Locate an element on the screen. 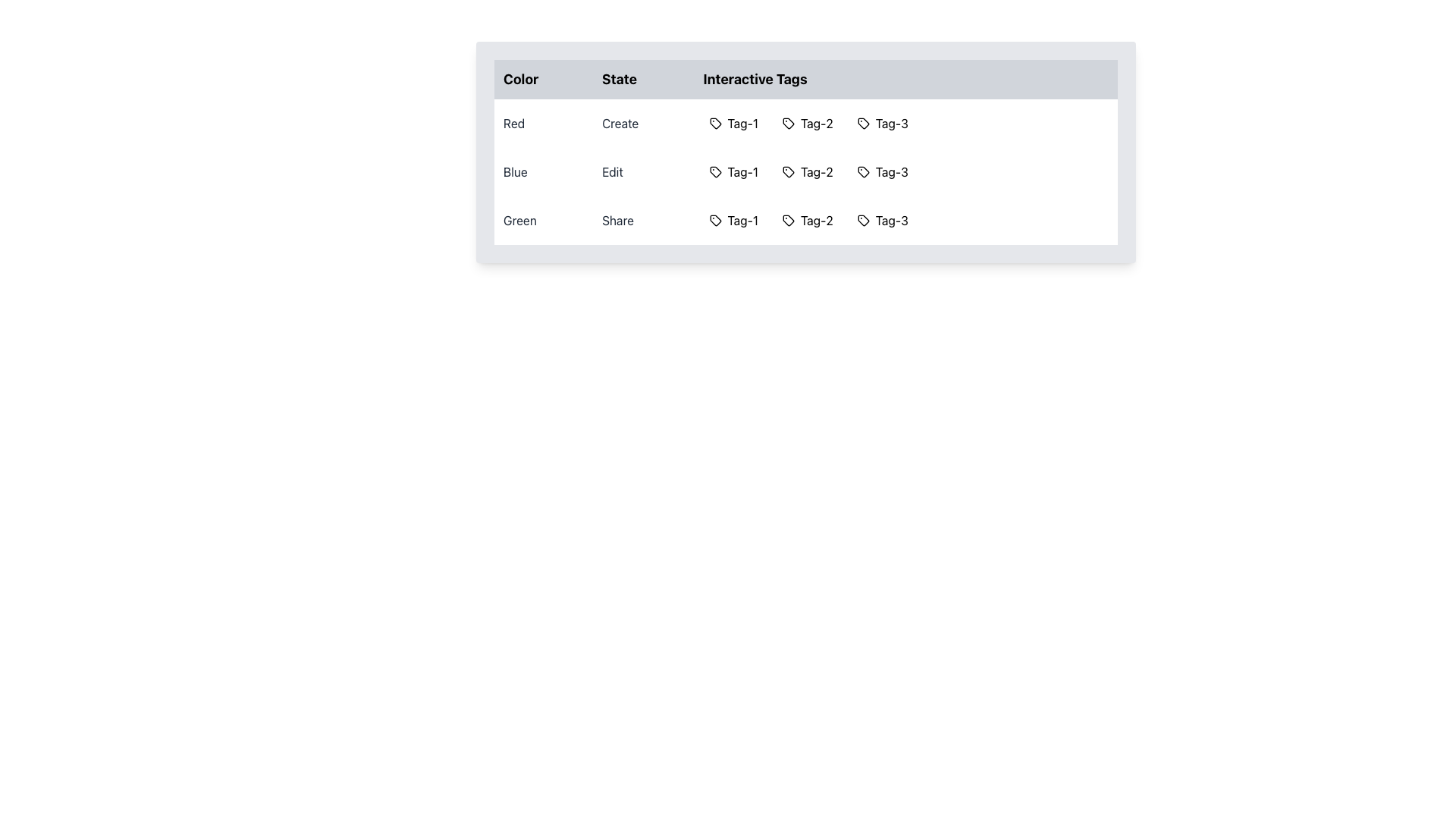 This screenshot has width=1456, height=819. the static text label indicating the action state for 'Red' in the table, located in the 'State' column next to 'Red' is located at coordinates (643, 122).